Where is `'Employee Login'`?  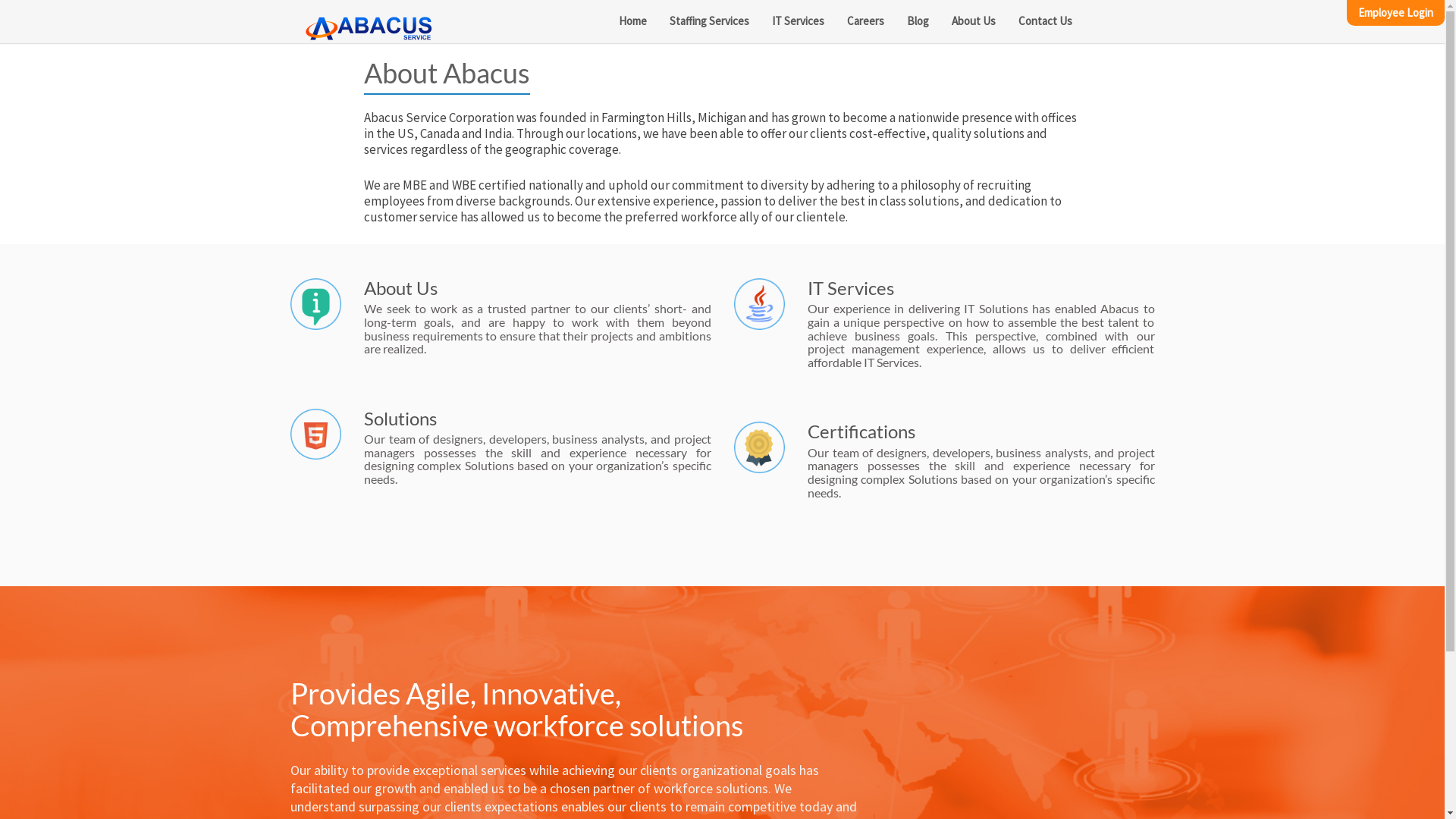 'Employee Login' is located at coordinates (1395, 12).